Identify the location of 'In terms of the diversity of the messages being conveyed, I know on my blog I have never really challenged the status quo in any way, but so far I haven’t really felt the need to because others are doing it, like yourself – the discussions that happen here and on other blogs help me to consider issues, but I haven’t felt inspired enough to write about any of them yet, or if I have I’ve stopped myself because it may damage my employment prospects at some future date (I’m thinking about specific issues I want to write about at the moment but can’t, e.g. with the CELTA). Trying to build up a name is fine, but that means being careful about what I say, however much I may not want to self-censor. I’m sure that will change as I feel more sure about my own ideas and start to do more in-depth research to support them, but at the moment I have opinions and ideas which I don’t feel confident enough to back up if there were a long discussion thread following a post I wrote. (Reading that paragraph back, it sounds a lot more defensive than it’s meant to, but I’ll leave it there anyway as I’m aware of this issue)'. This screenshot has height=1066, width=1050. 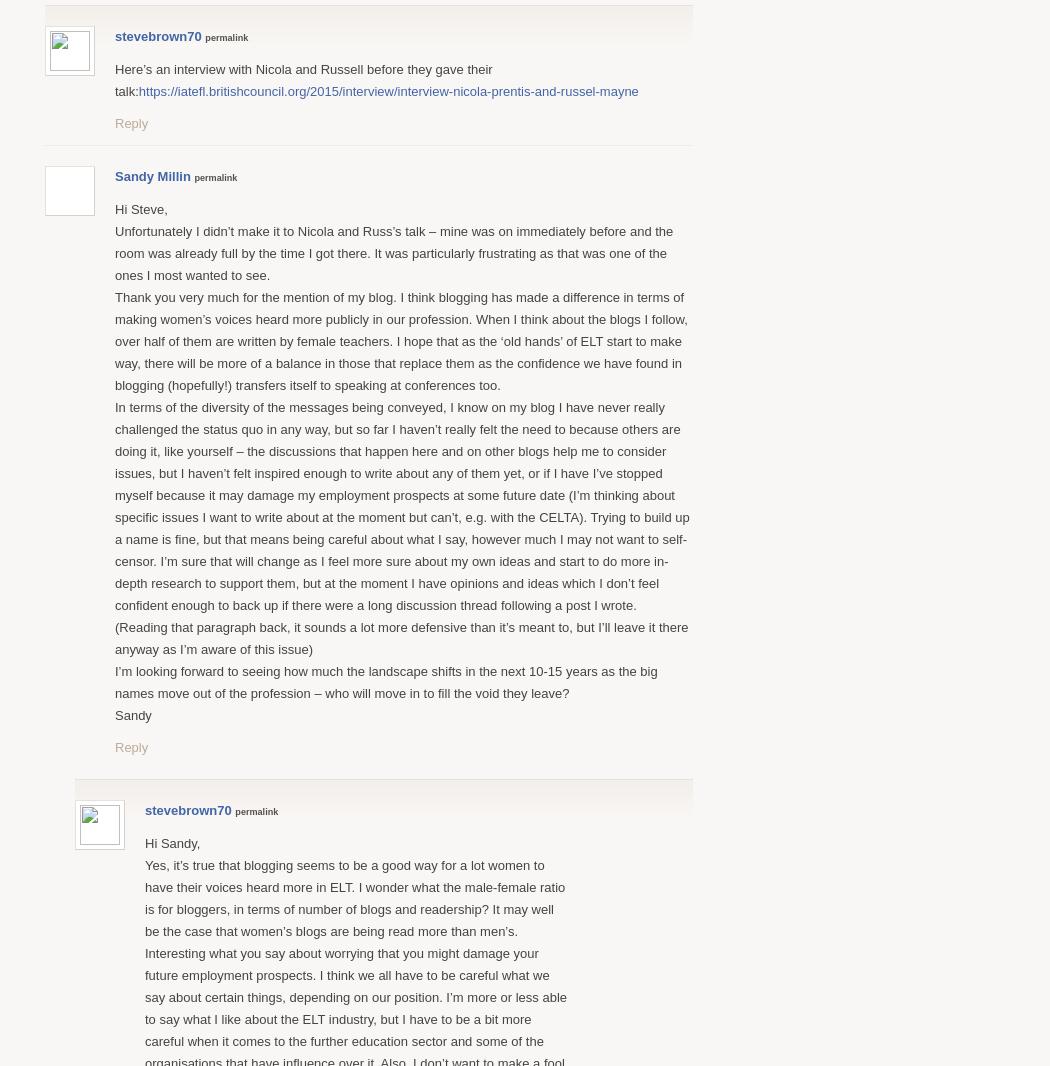
(402, 527).